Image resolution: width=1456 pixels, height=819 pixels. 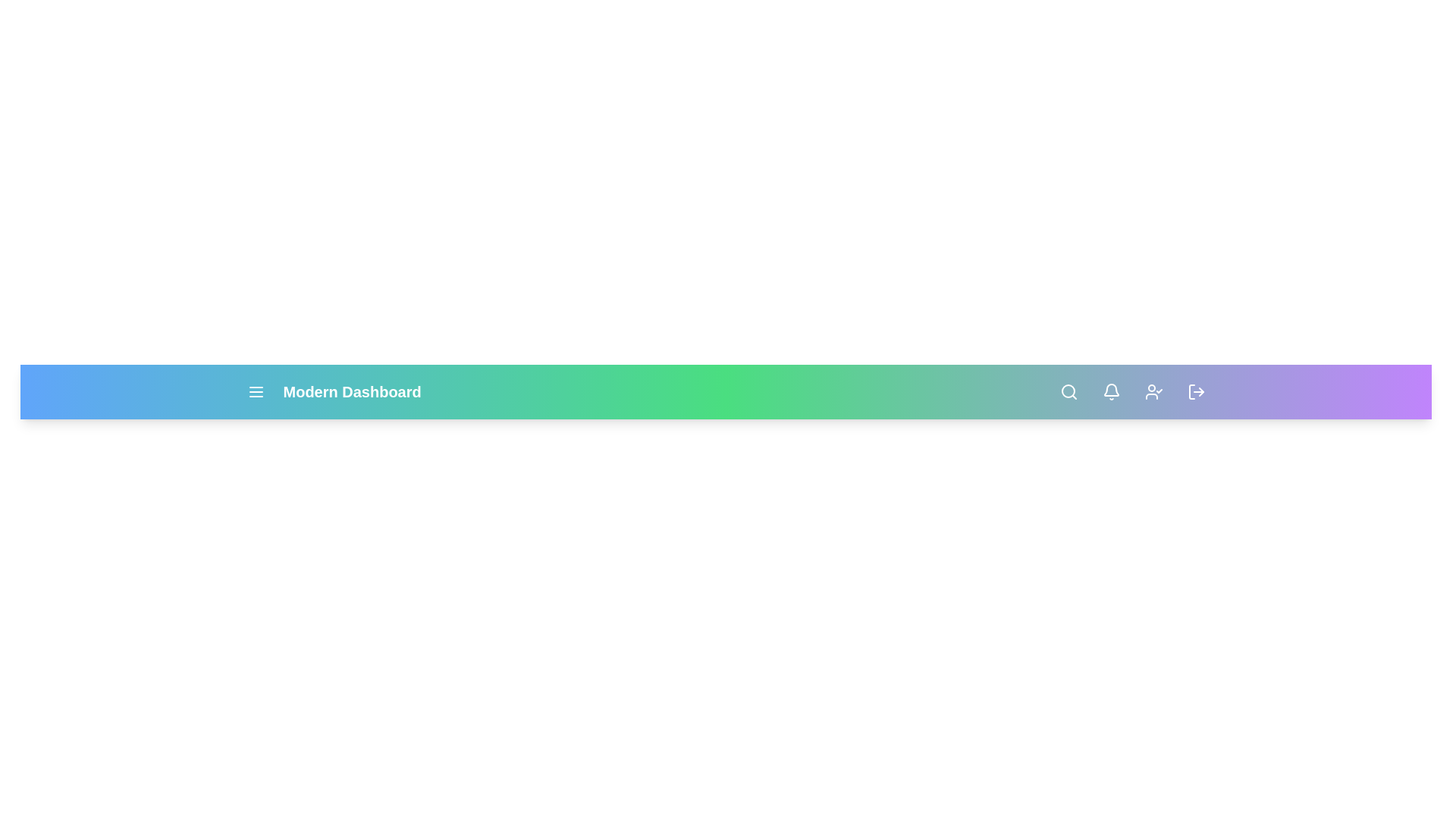 What do you see at coordinates (1068, 391) in the screenshot?
I see `the search button to initiate a search` at bounding box center [1068, 391].